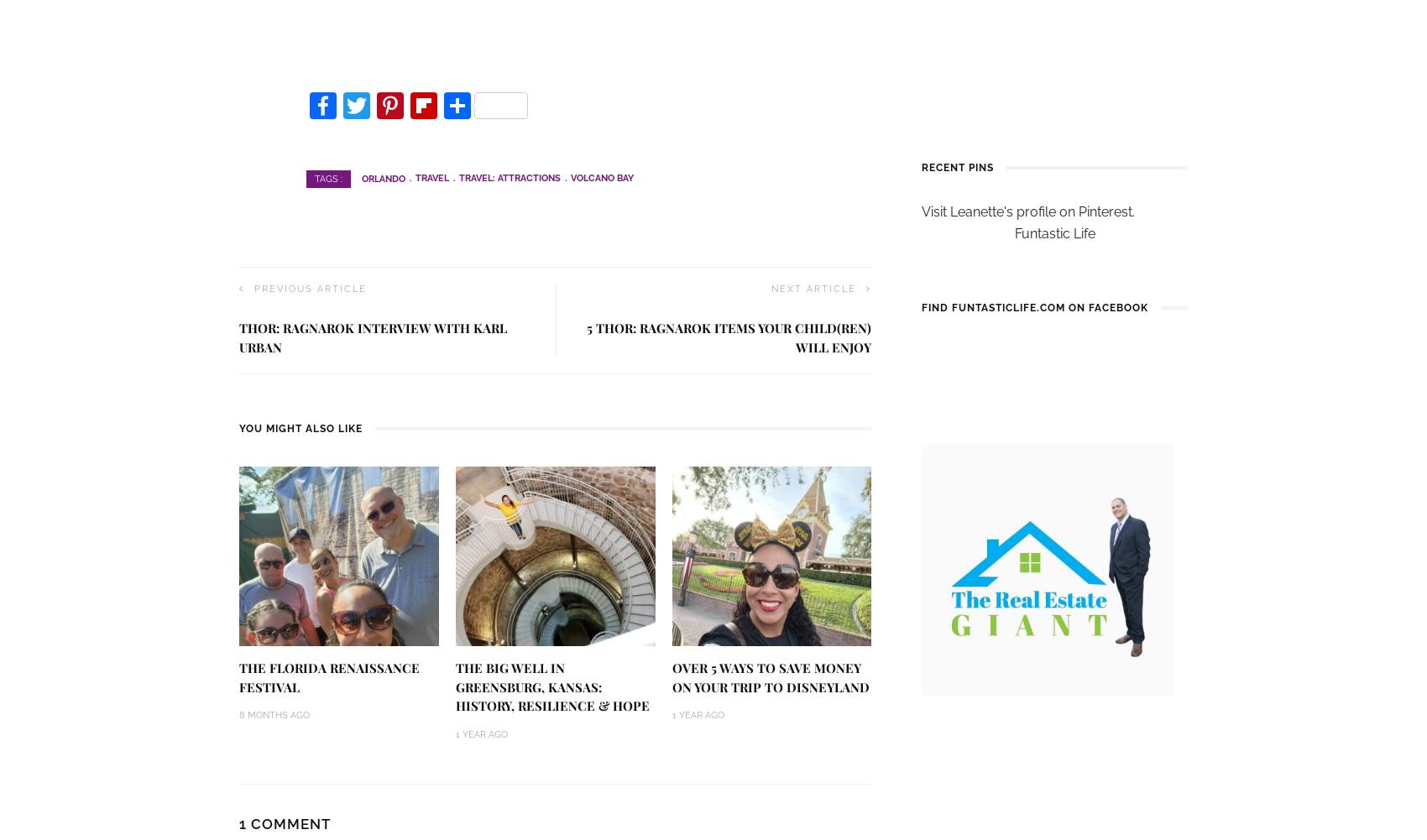 This screenshot has height=840, width=1427. I want to click on 'Twitter', so click(383, 144).